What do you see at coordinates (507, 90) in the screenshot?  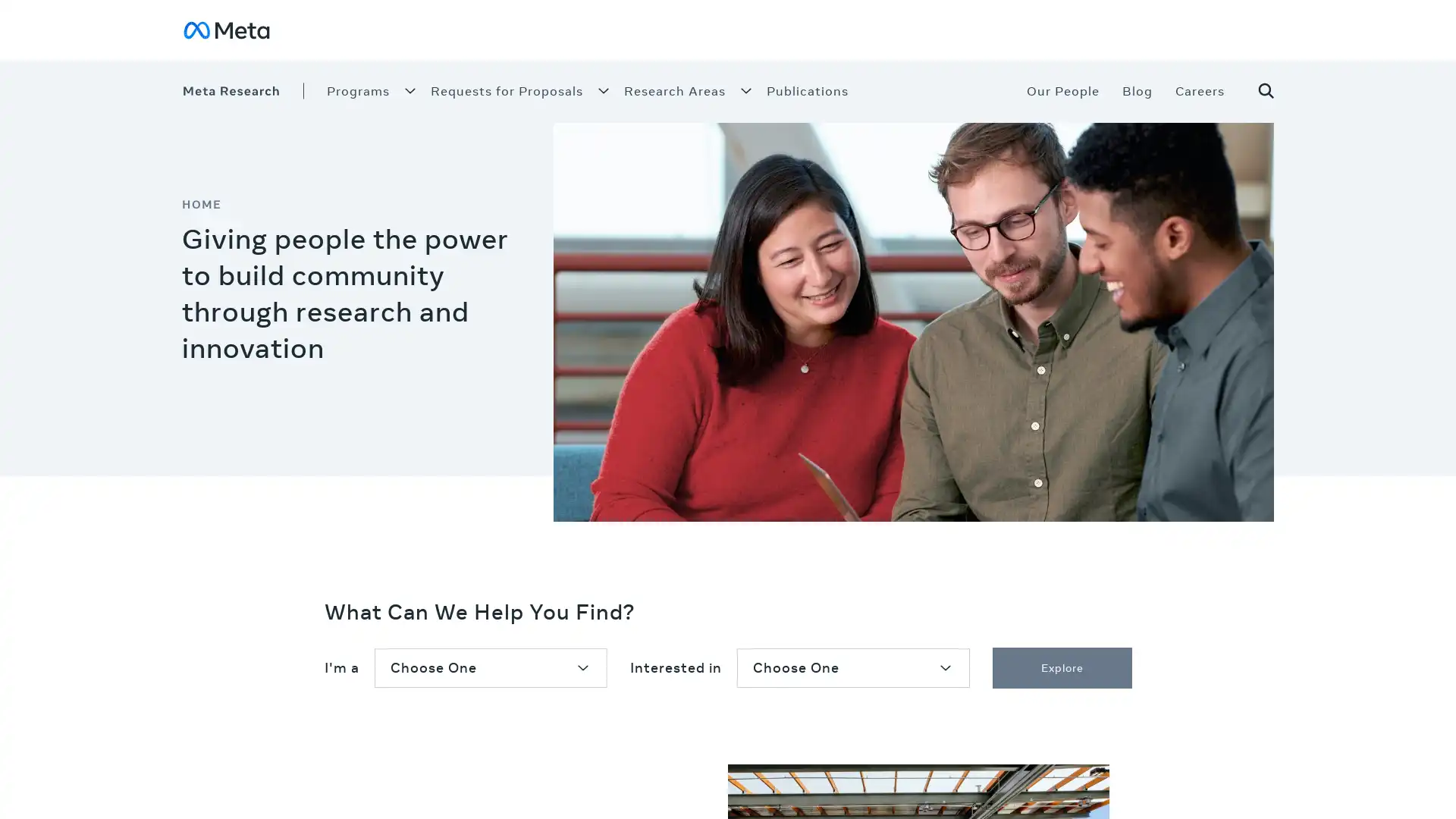 I see `Requests for Proposals` at bounding box center [507, 90].